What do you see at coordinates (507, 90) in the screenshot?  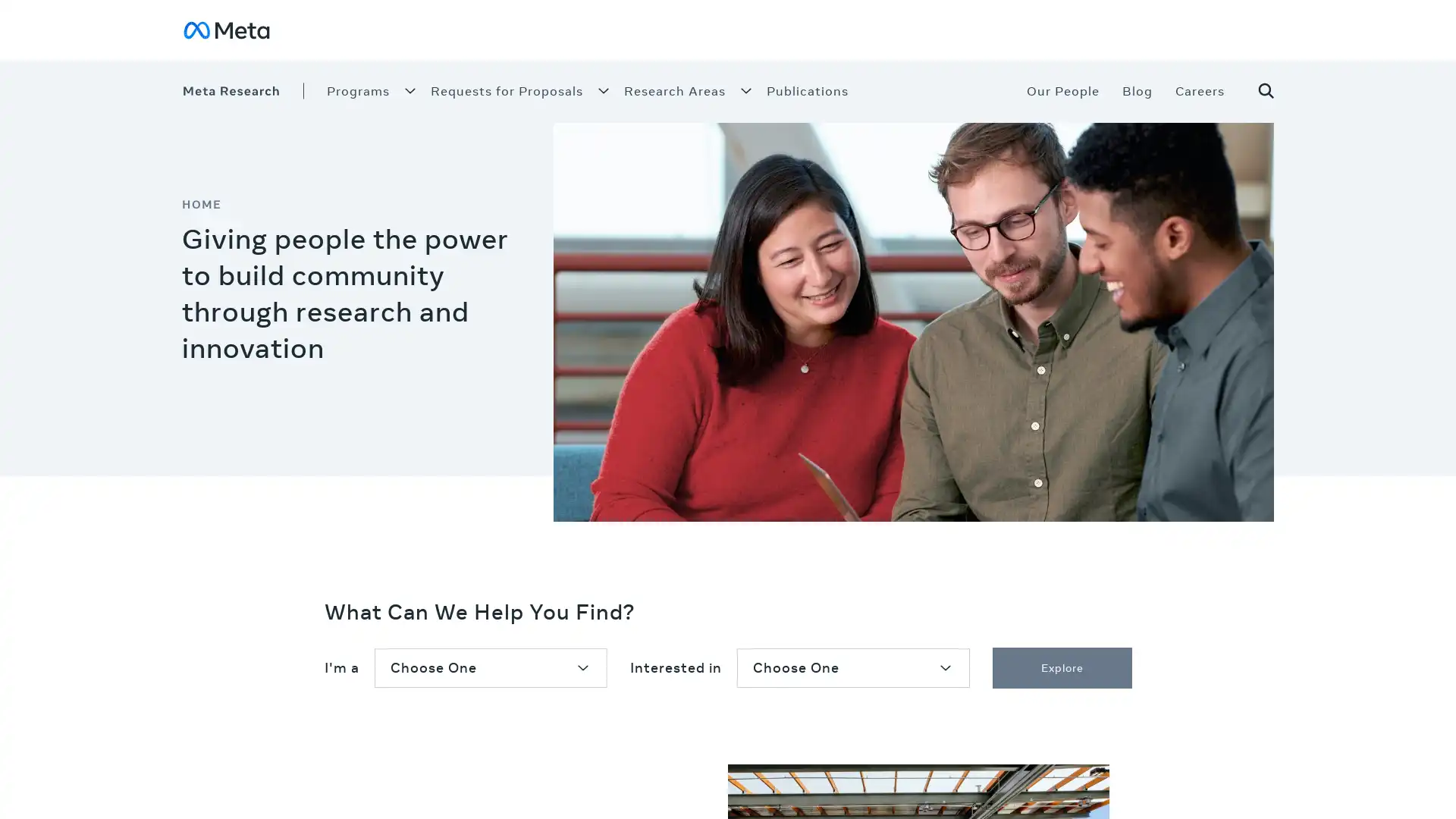 I see `Requests for Proposals` at bounding box center [507, 90].